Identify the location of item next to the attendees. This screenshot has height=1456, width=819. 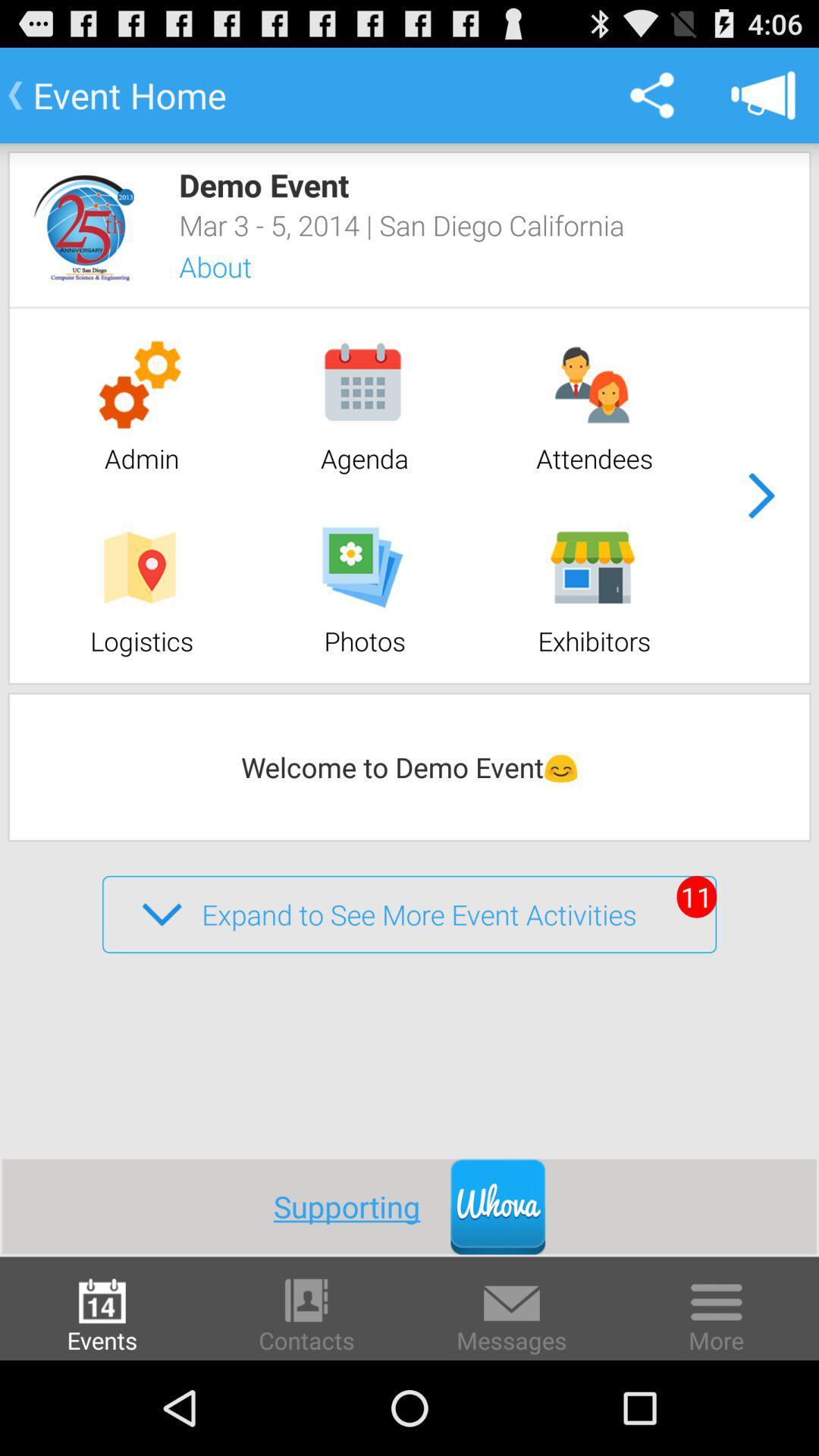
(761, 495).